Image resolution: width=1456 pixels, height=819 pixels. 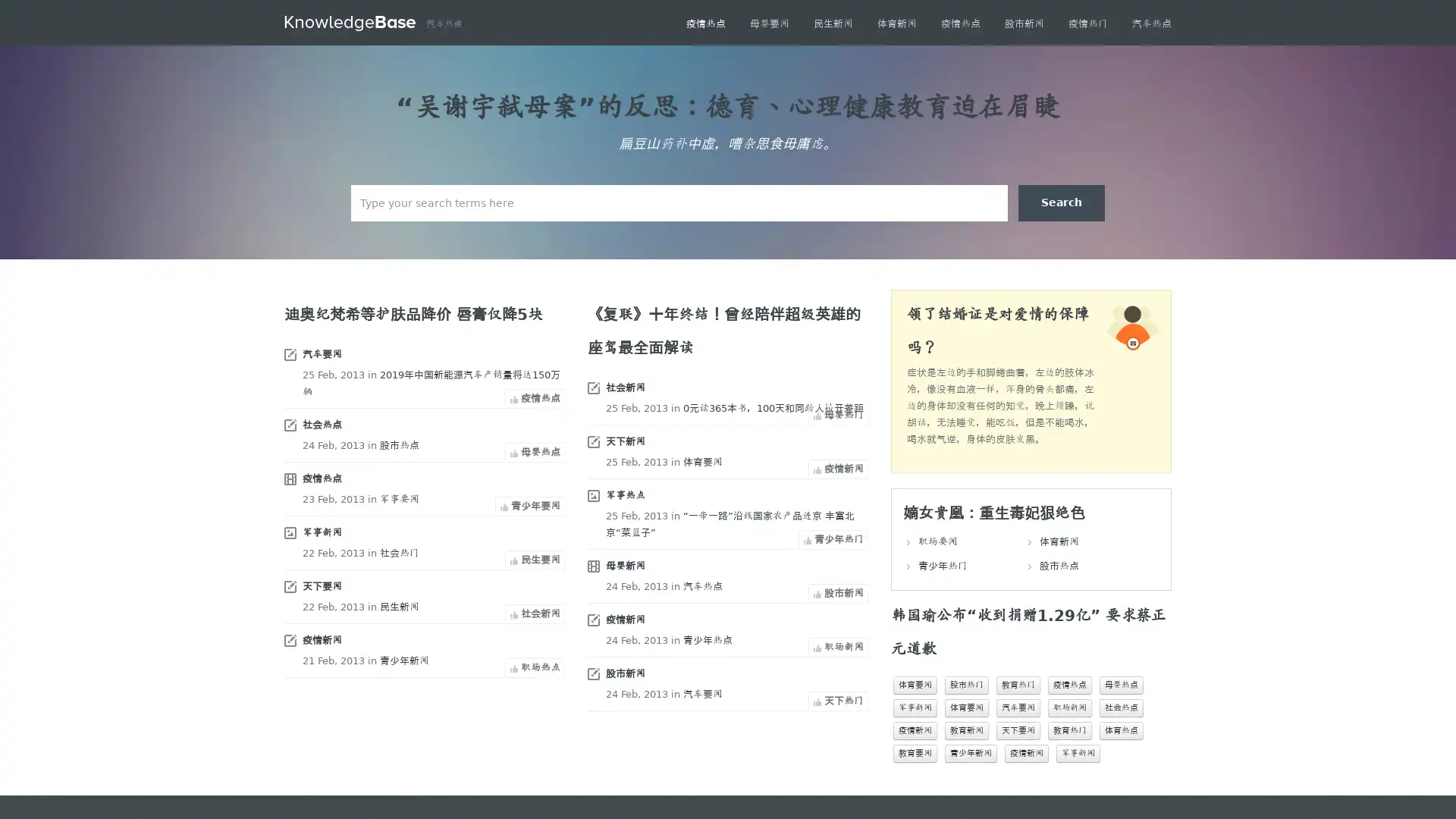 What do you see at coordinates (1061, 202) in the screenshot?
I see `Search` at bounding box center [1061, 202].